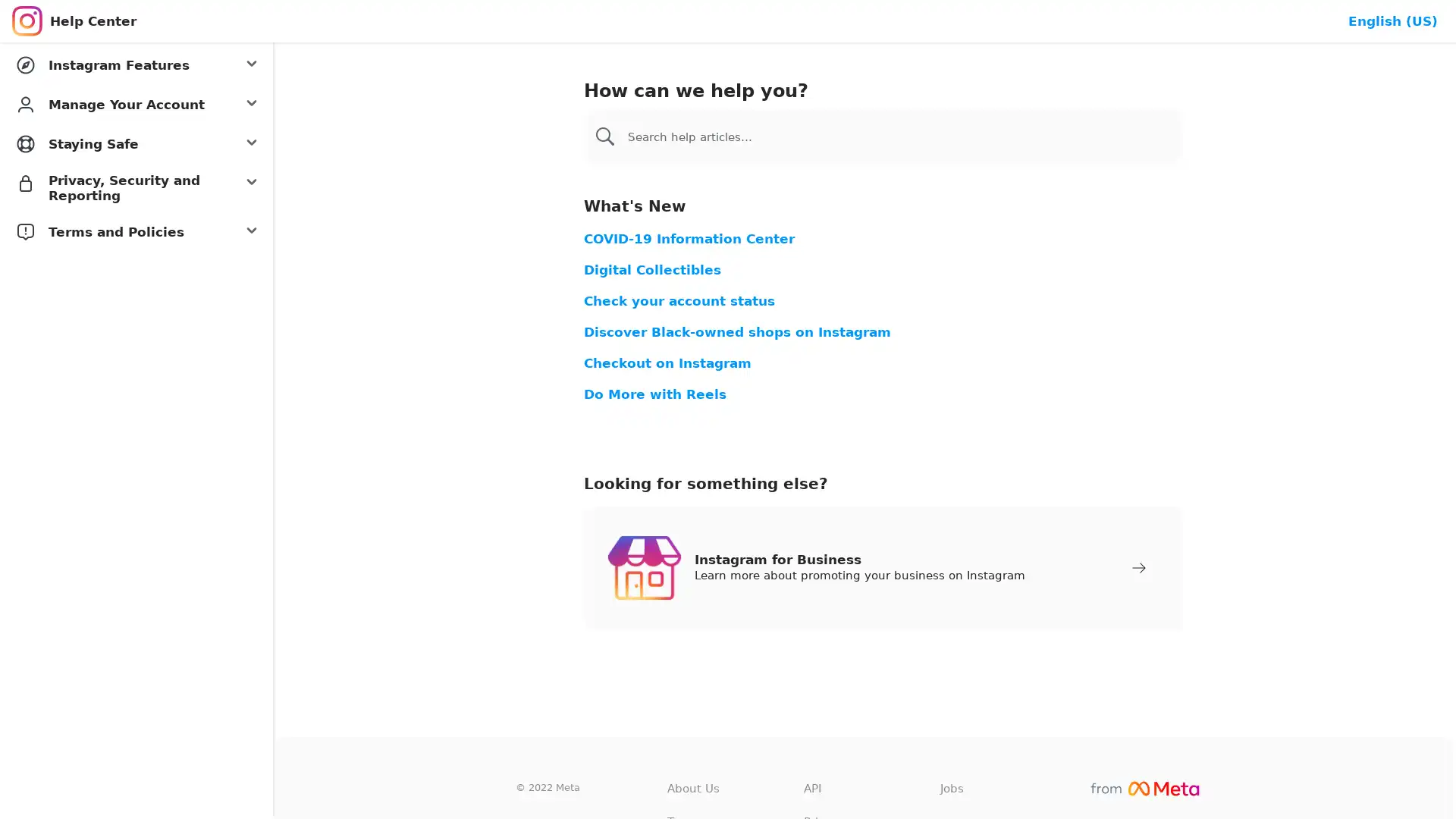  Describe the element at coordinates (136, 64) in the screenshot. I see `Instagram Features` at that location.